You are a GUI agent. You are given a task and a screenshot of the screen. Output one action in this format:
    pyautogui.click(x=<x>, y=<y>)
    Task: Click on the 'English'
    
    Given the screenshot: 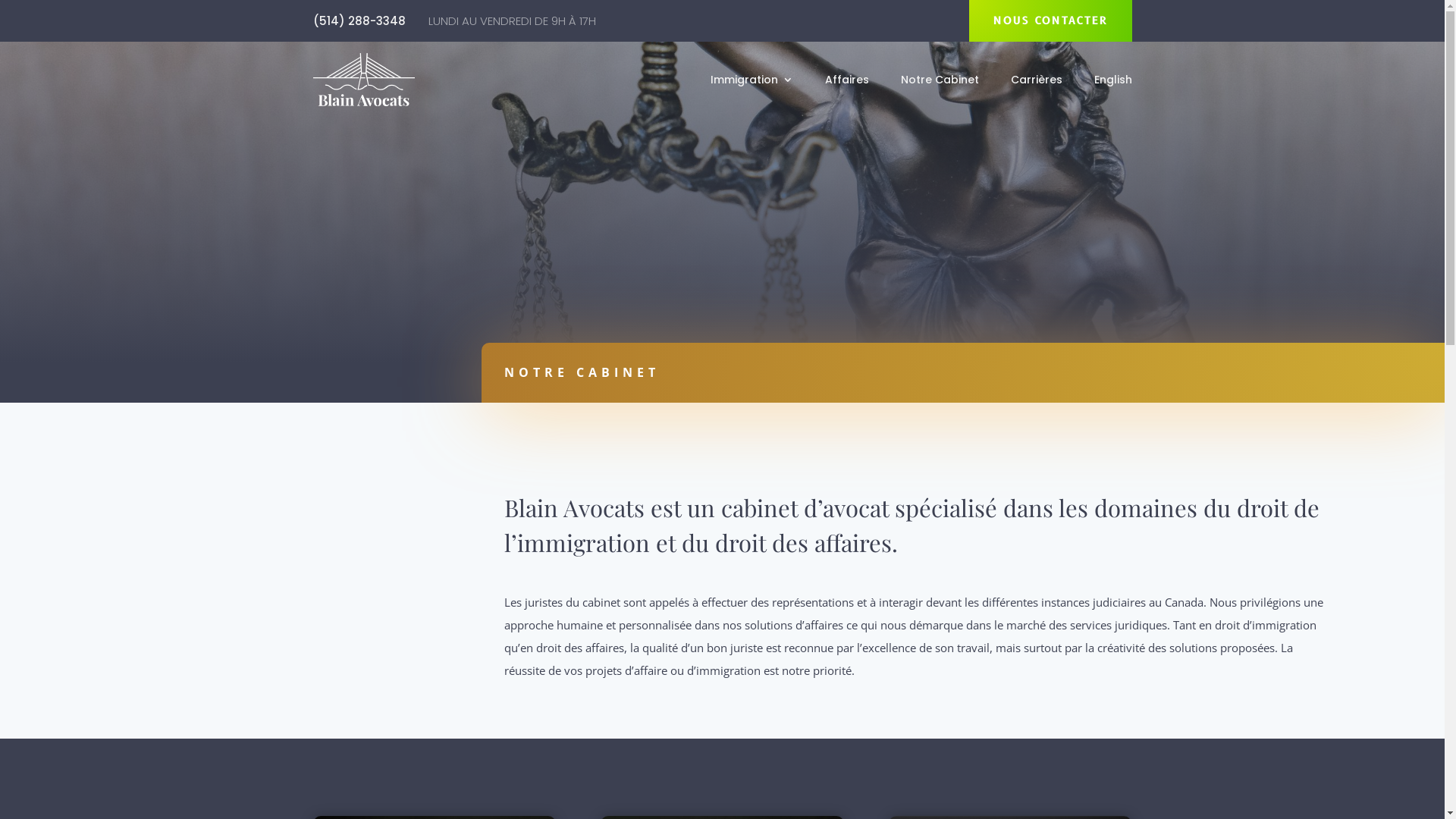 What is the action you would take?
    pyautogui.click(x=1093, y=82)
    